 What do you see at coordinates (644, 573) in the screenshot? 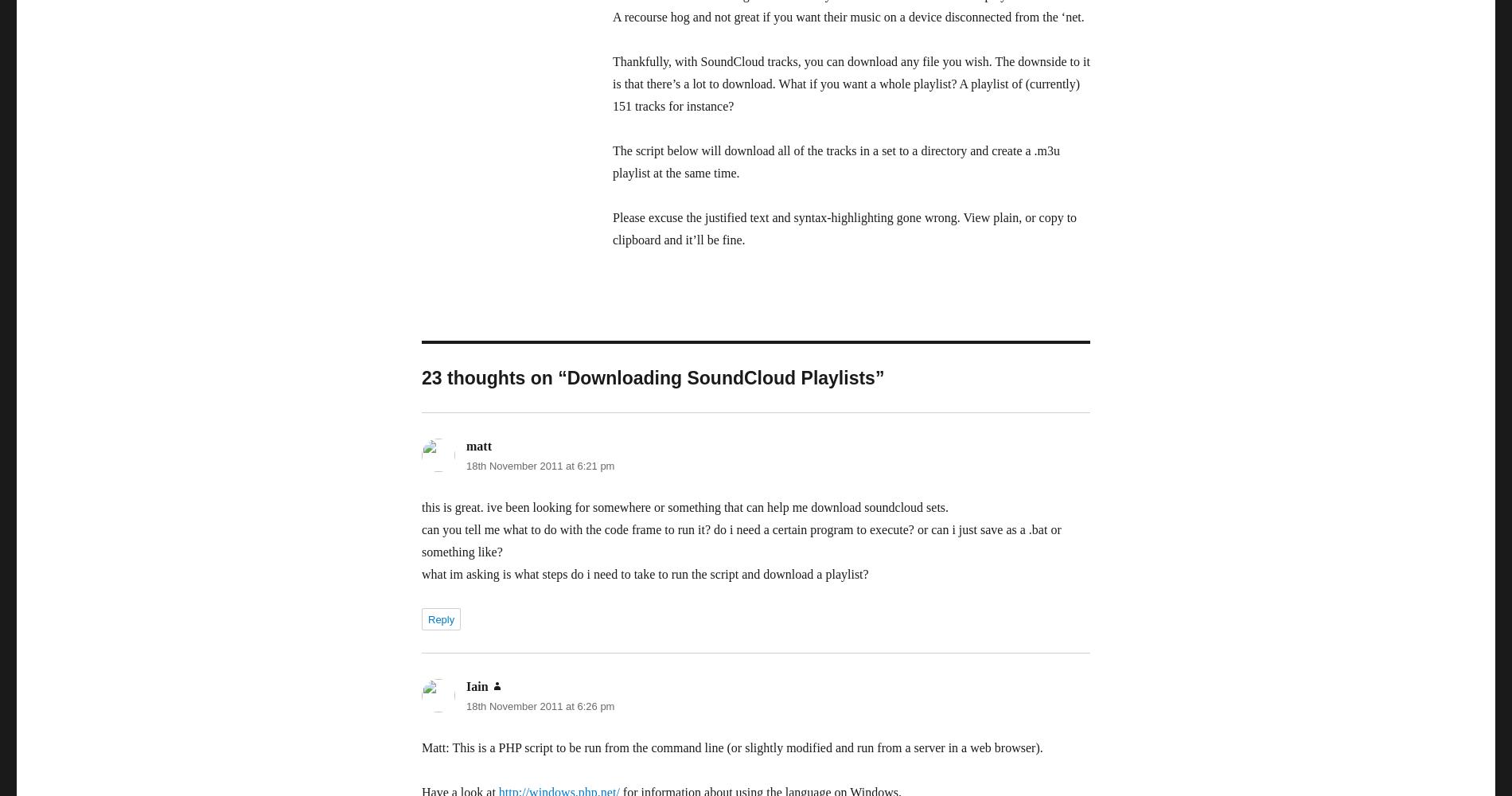
I see `'what im asking is what steps do i need to take to run the script and download a playlist?'` at bounding box center [644, 573].